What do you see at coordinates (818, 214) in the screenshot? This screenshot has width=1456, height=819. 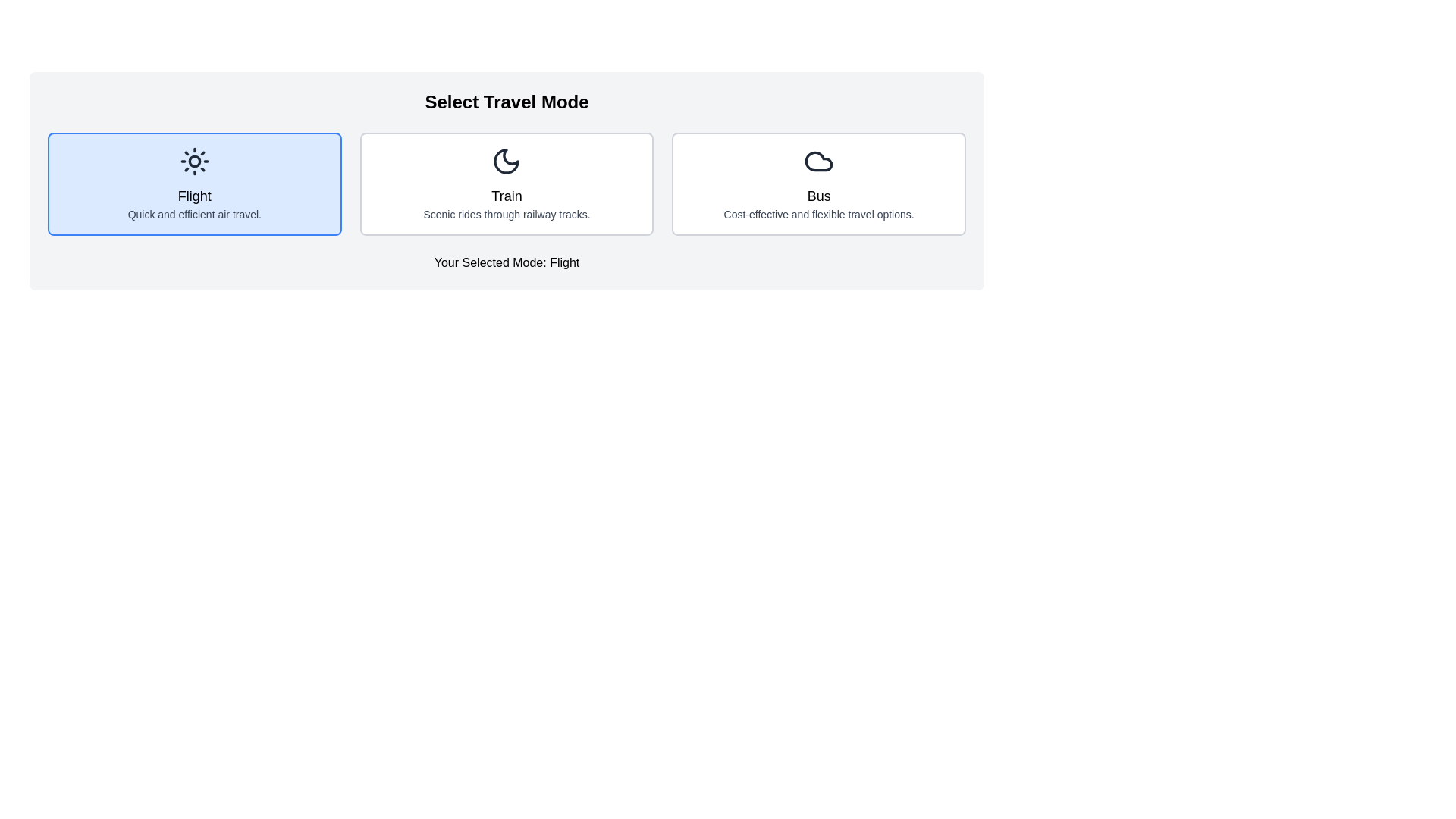 I see `text content of the descriptive label that says 'Cost-effective and flexible travel options.' positioned below the 'Bus' label in the rightmost card of the travel mode options` at bounding box center [818, 214].